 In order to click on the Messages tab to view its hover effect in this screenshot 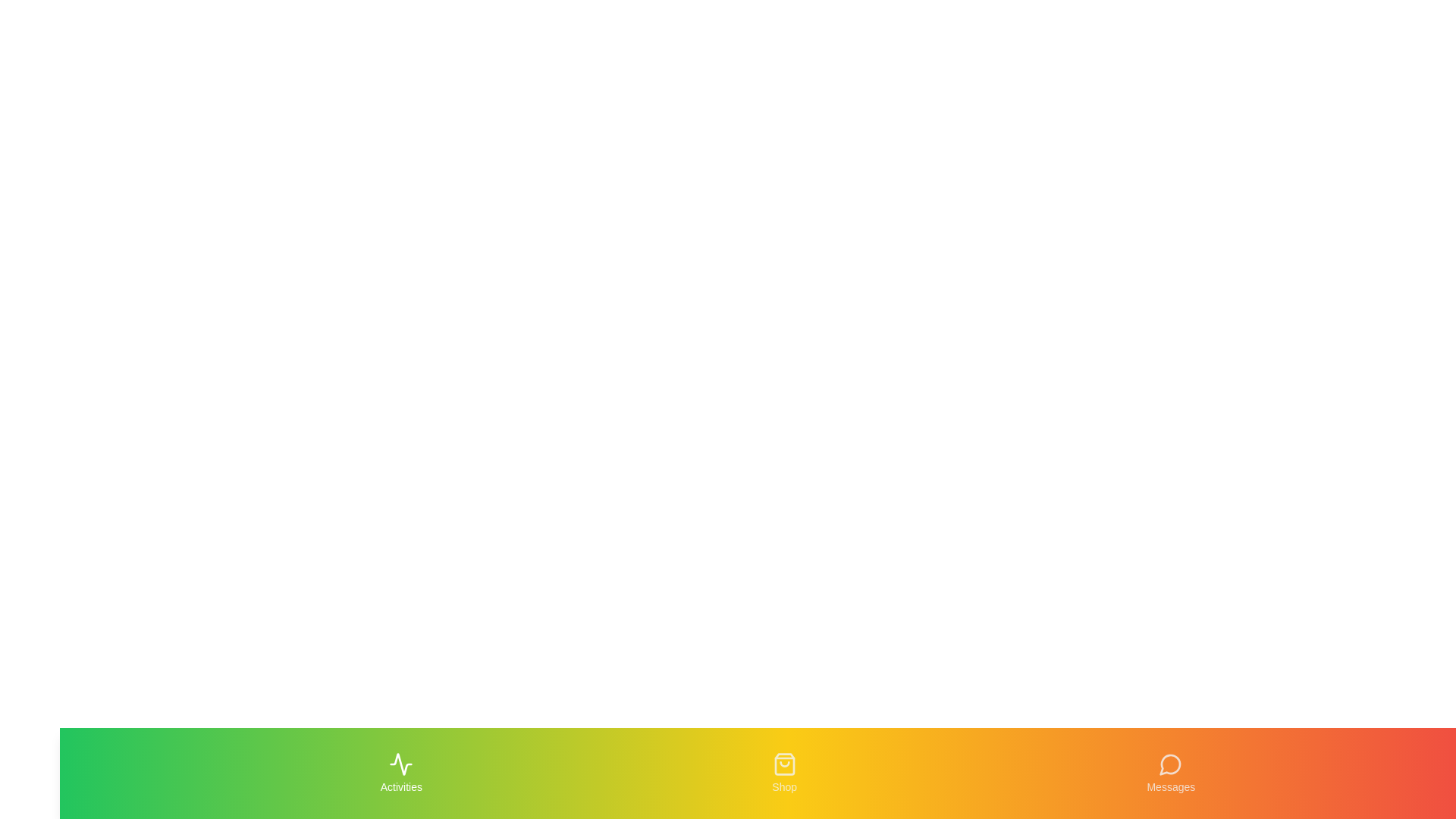, I will do `click(1170, 773)`.